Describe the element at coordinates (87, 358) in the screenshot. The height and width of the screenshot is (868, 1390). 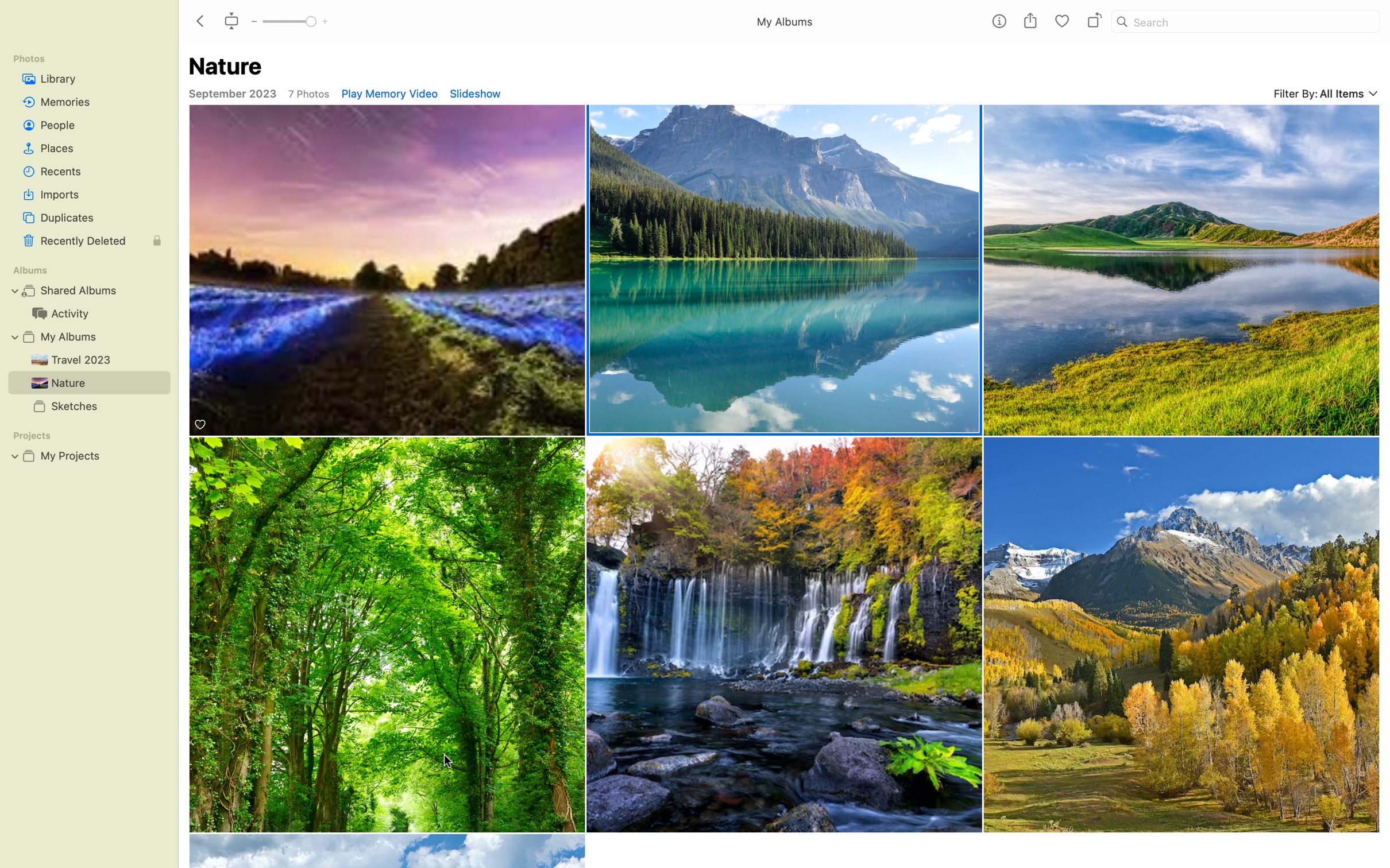
I see `Travel album and view all images by scrolling down` at that location.